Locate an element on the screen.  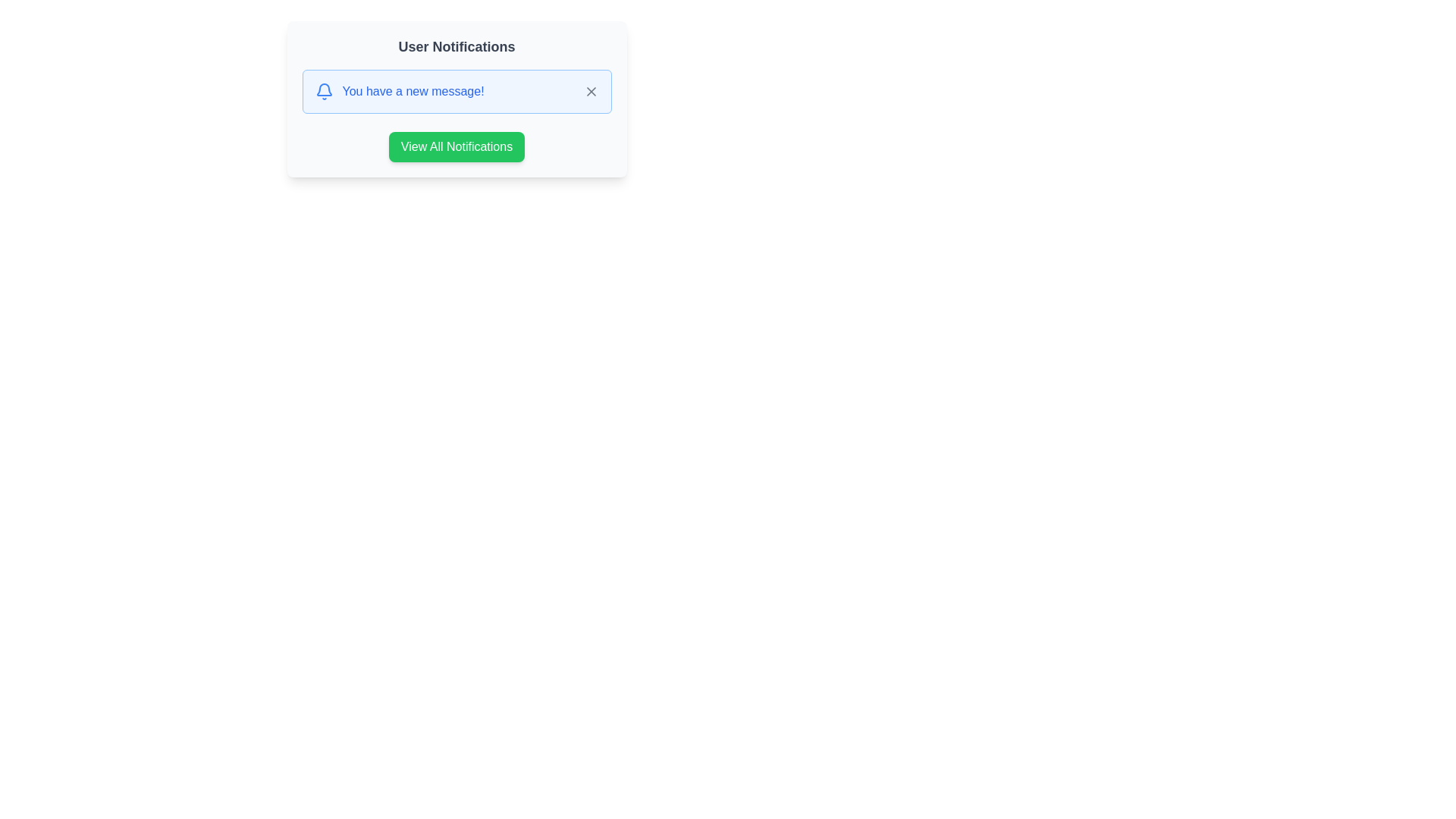
the green button labeled 'View All Notifications' to observe the hover effects is located at coordinates (456, 146).